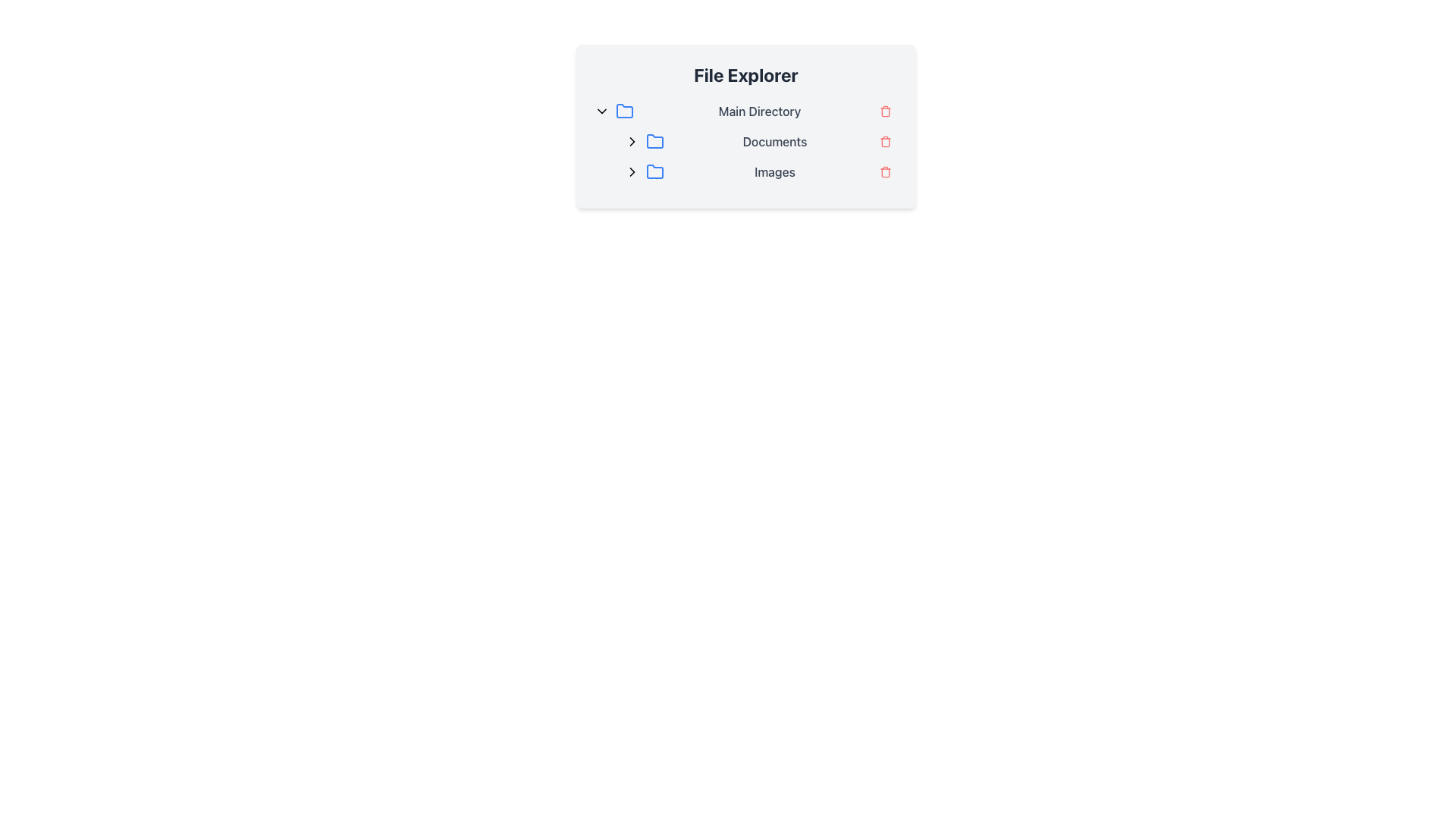 This screenshot has height=819, width=1456. What do you see at coordinates (745, 141) in the screenshot?
I see `the Breadcrumb navigation display, which indicates the user's current location within the file structure, located centrally below the 'File Explorer' heading` at bounding box center [745, 141].